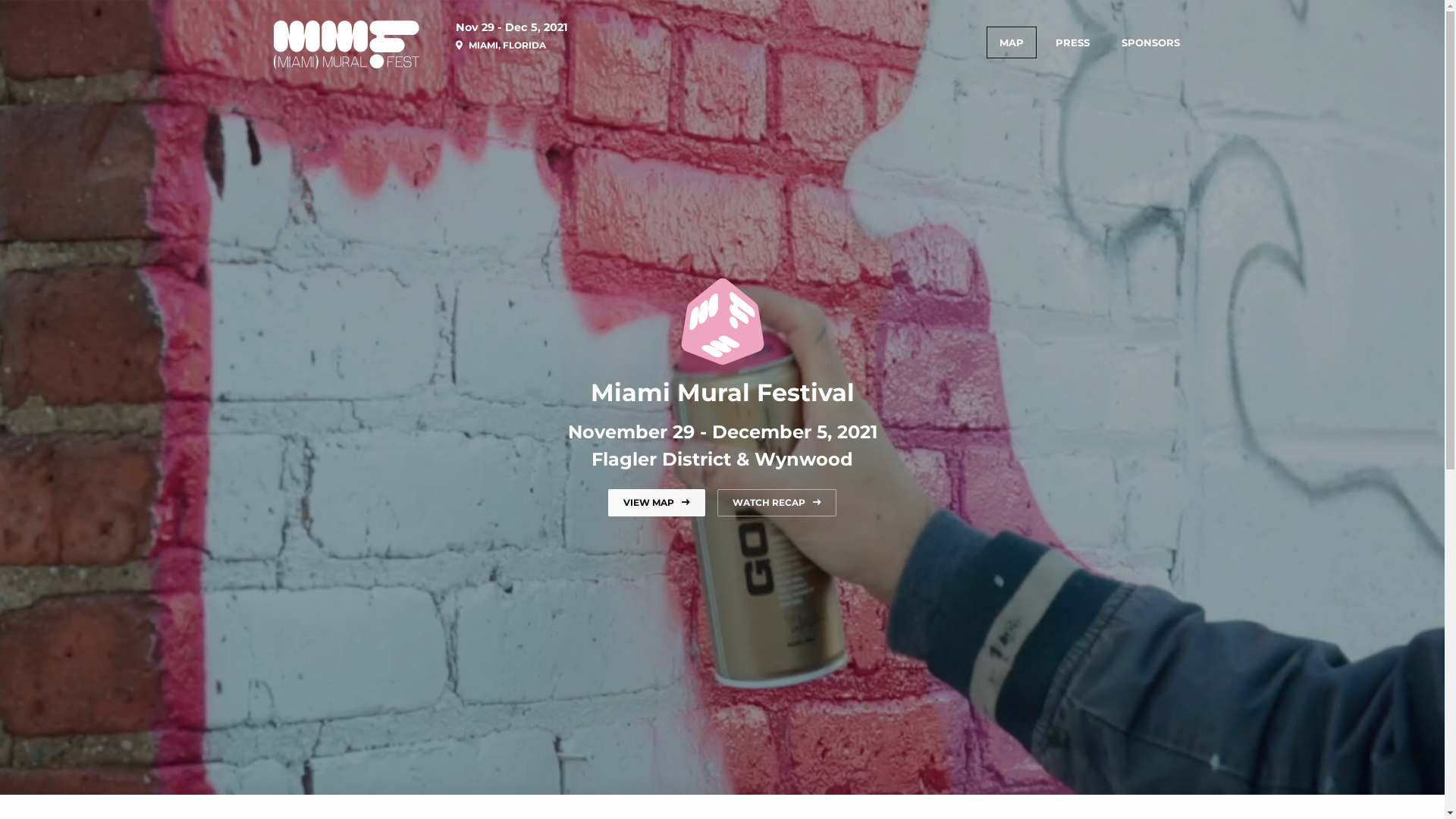  Describe the element at coordinates (777, 503) in the screenshot. I see `'WATCH RECAP'` at that location.